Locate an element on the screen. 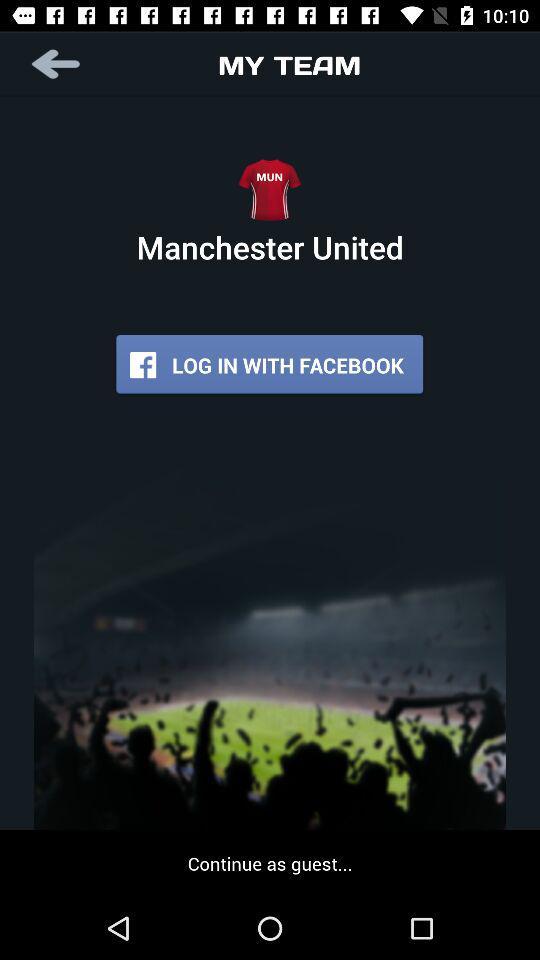  icon below log in with is located at coordinates (270, 862).